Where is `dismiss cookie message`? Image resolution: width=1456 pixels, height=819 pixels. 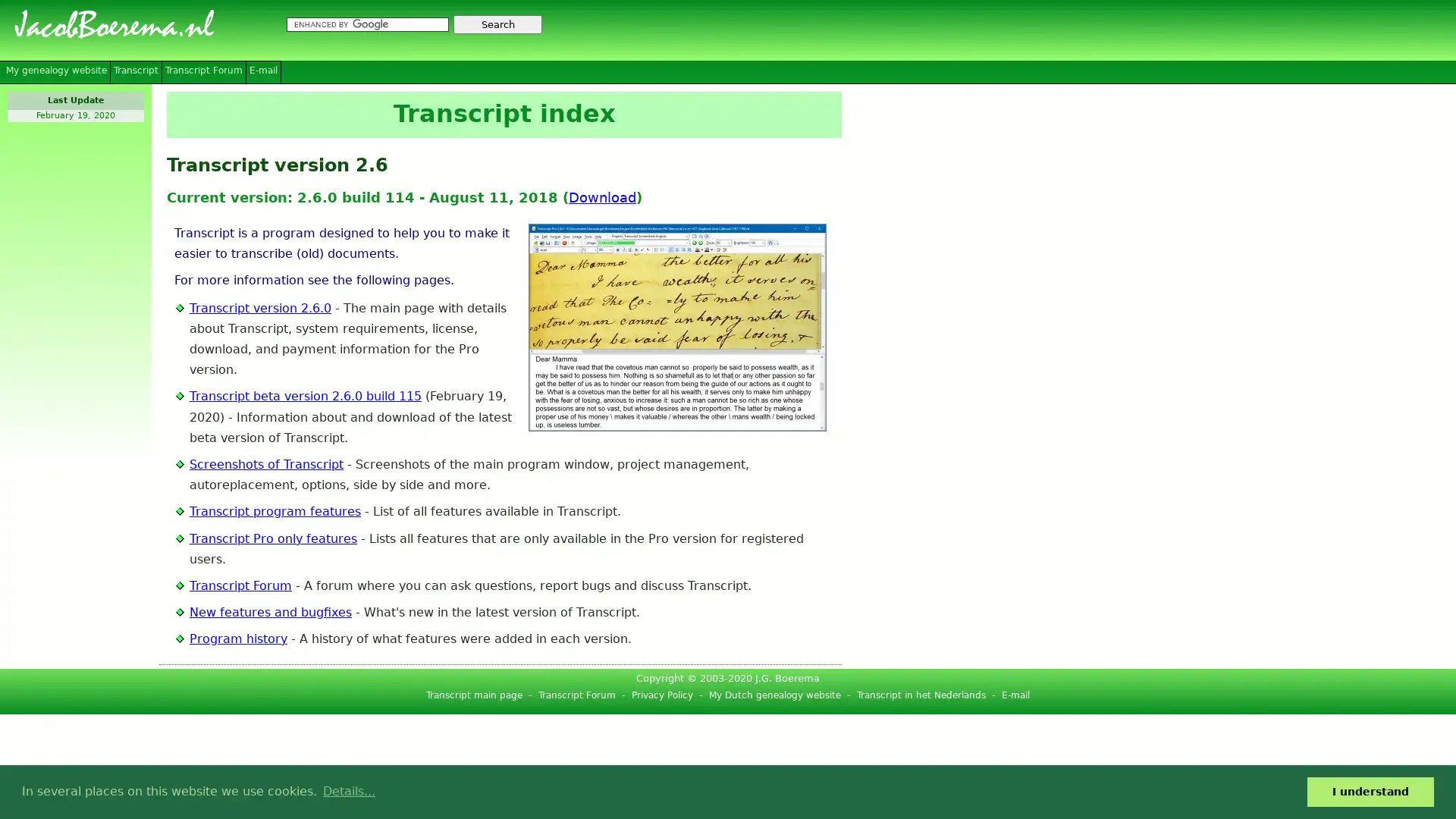
dismiss cookie message is located at coordinates (1370, 791).